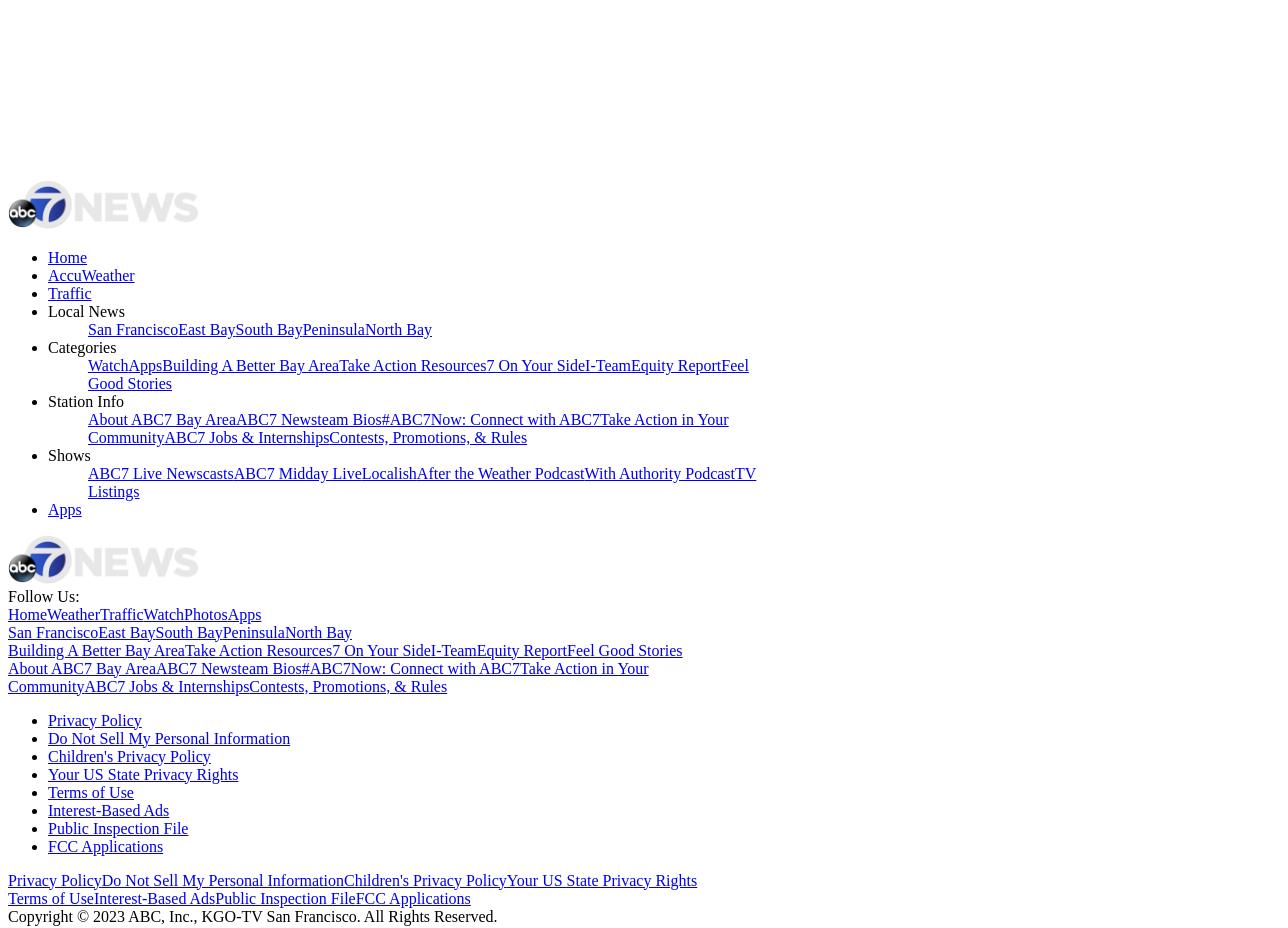 Image resolution: width=1288 pixels, height=928 pixels. I want to click on 'Categories', so click(82, 345).